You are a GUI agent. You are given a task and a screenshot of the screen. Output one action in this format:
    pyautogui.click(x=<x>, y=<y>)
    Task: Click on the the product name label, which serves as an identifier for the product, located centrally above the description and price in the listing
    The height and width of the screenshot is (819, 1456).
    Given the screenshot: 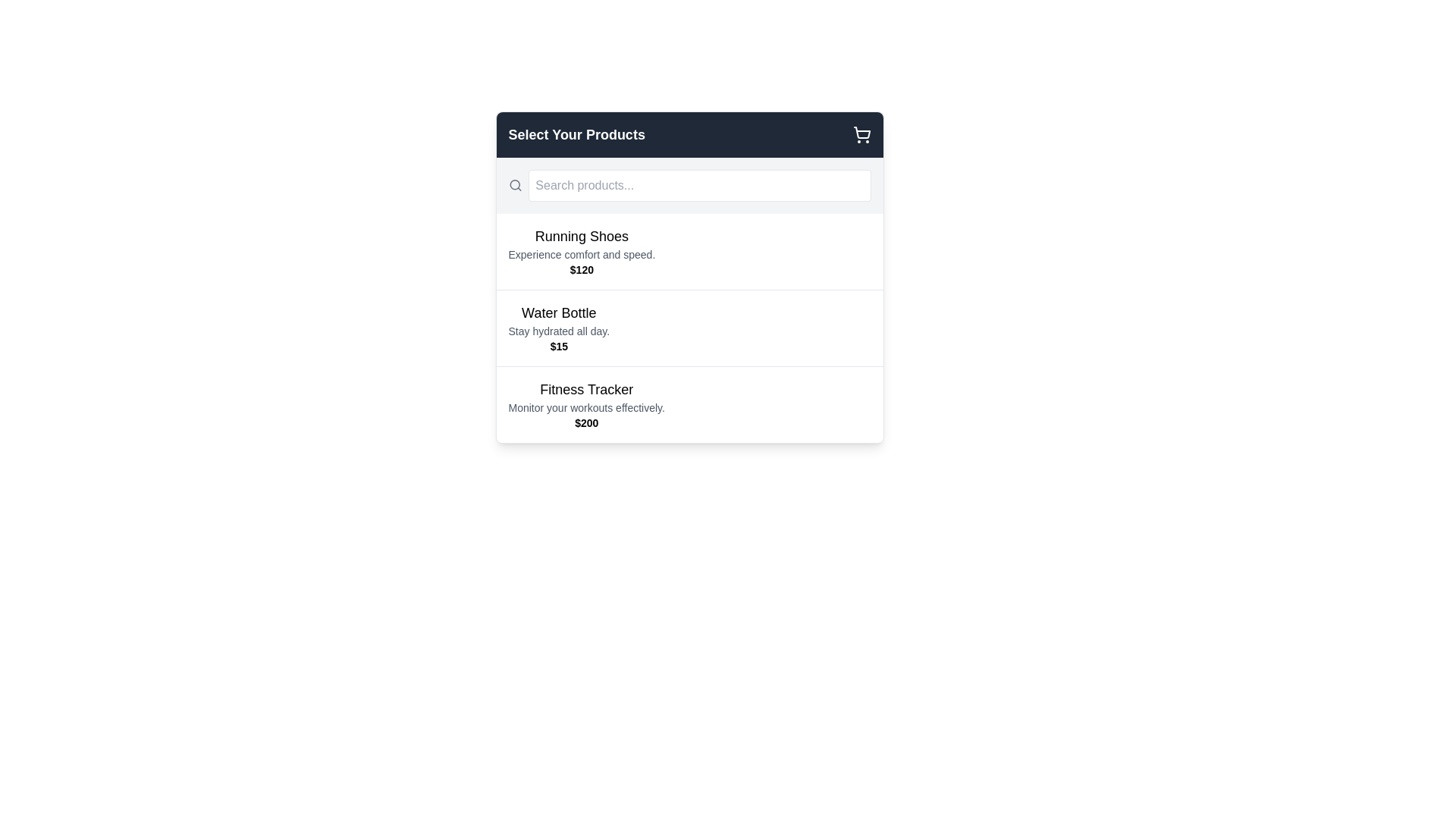 What is the action you would take?
    pyautogui.click(x=558, y=312)
    